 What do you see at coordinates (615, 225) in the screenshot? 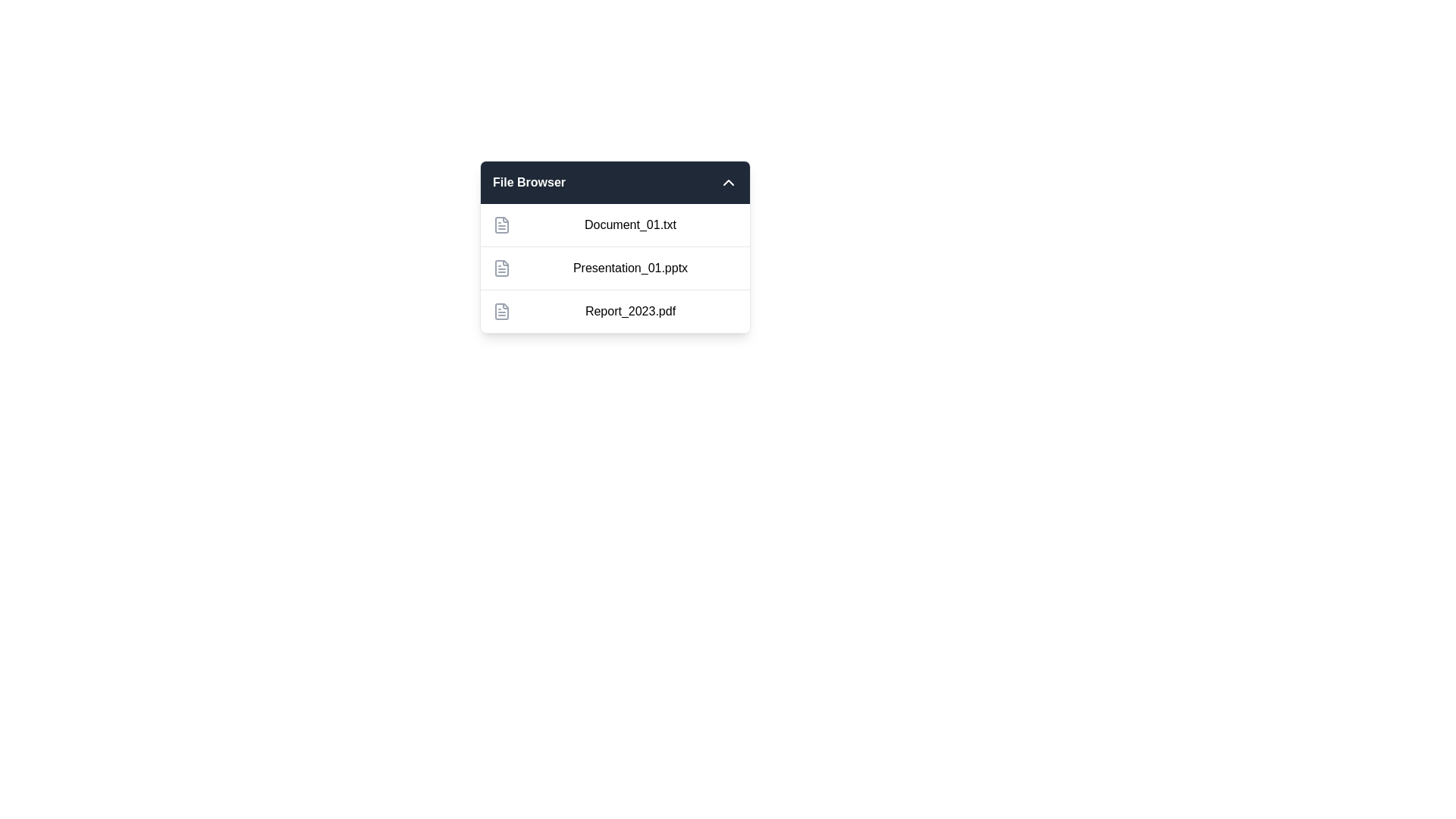
I see `the file Document_01.txt from the list` at bounding box center [615, 225].